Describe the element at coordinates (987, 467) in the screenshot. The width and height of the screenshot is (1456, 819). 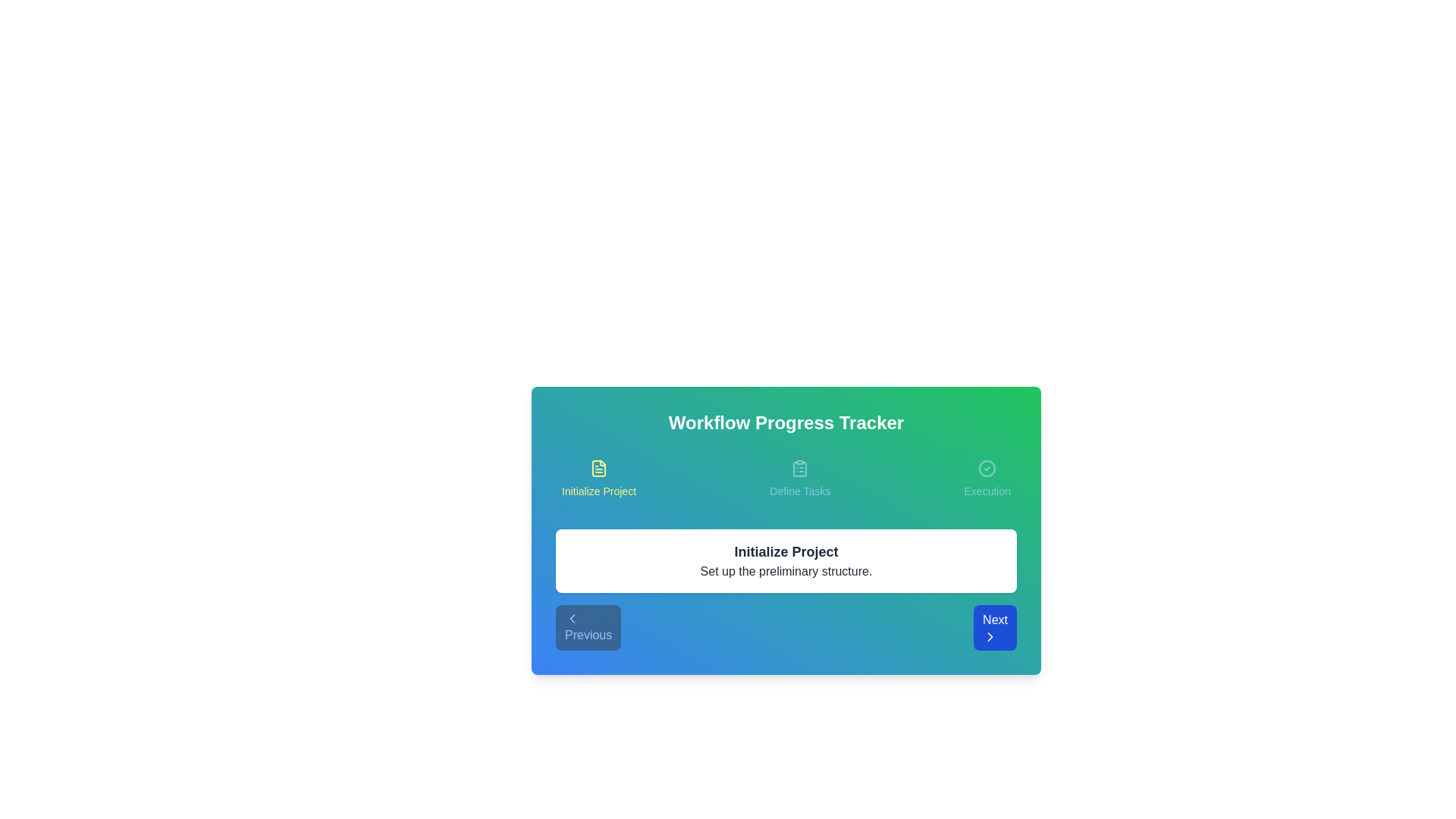
I see `the icon for Execution` at that location.